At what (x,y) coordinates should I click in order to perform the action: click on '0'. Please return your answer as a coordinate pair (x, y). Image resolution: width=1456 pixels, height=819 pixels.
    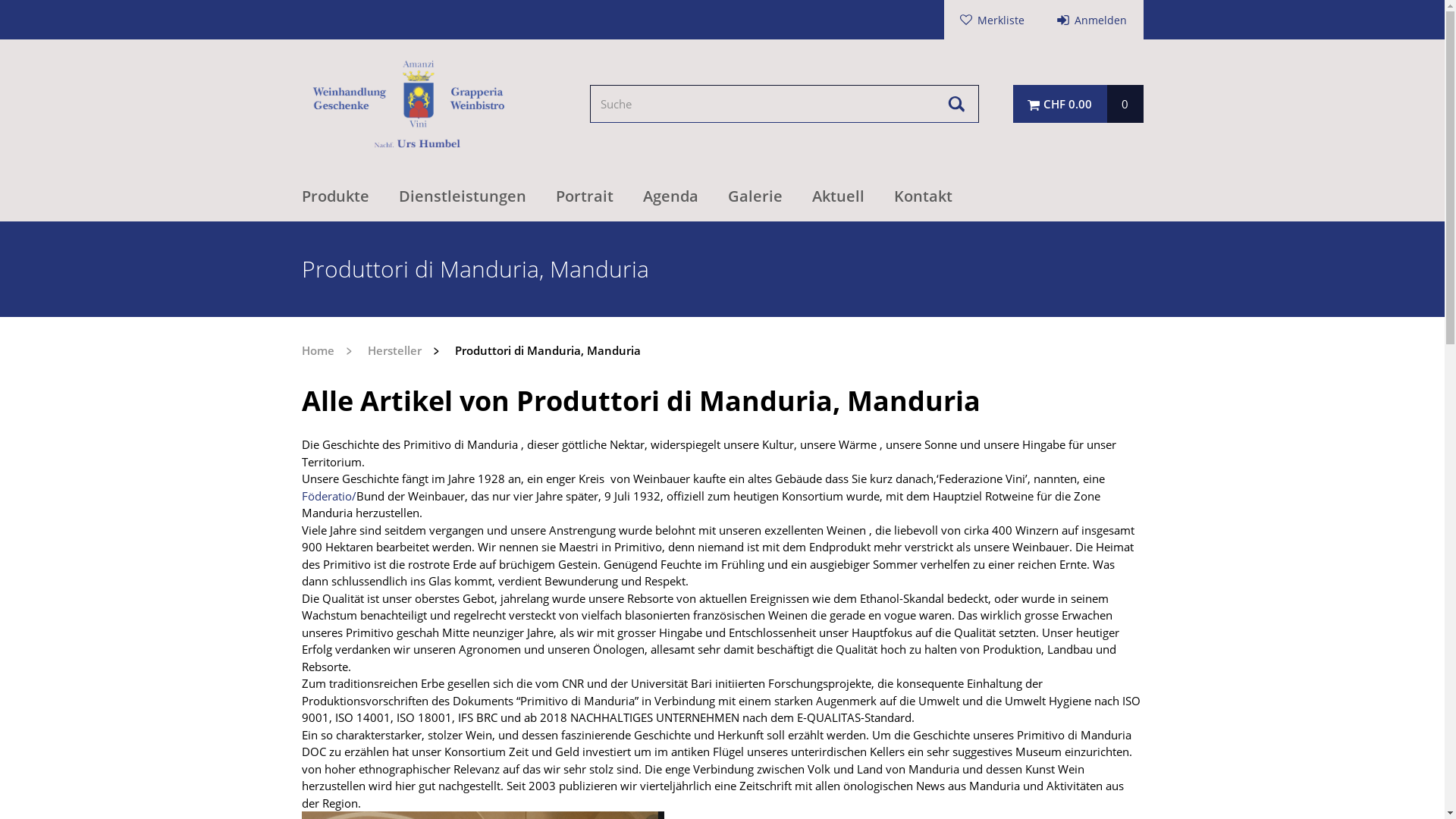
    Looking at the image, I should click on (1125, 103).